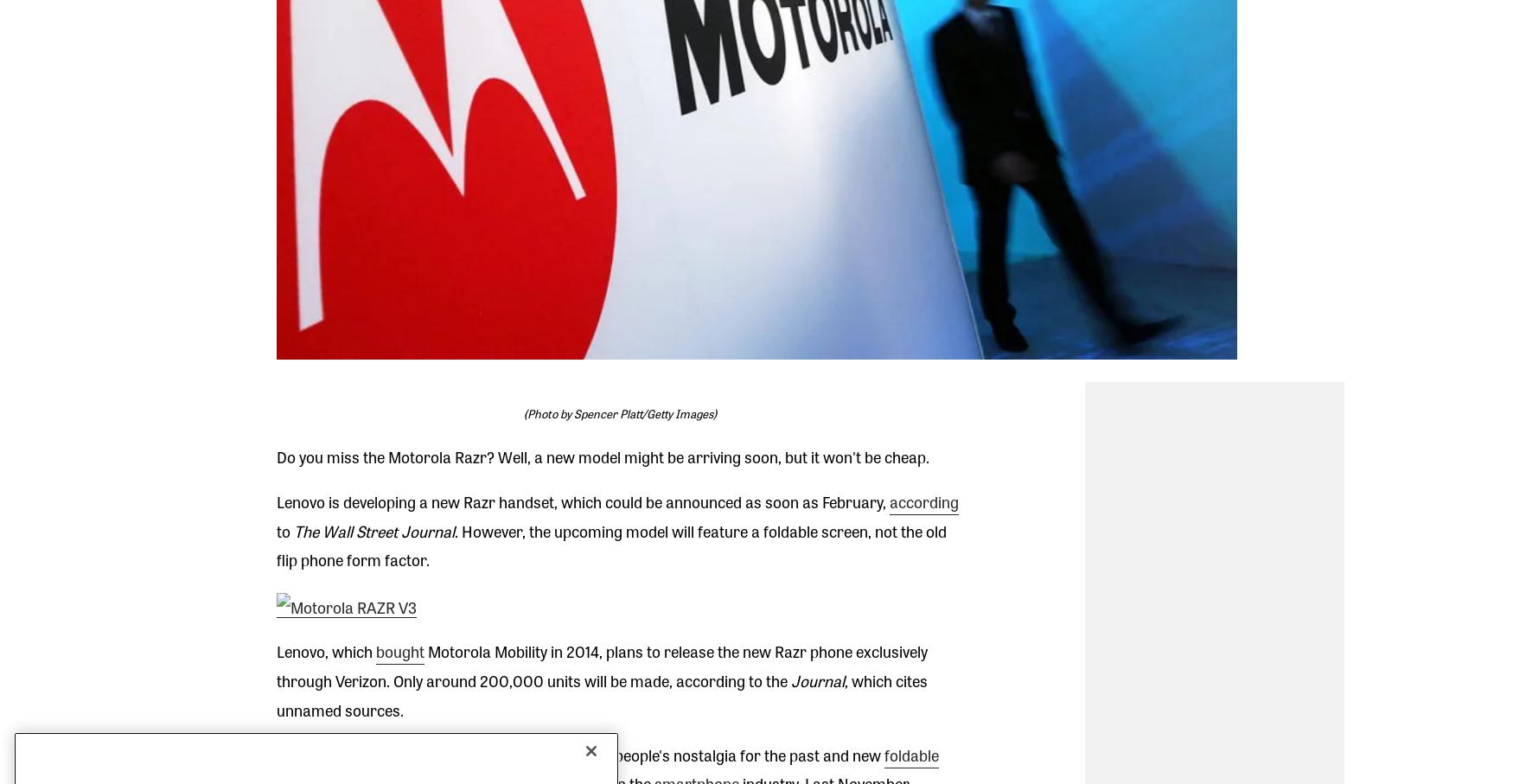  What do you see at coordinates (601, 665) in the screenshot?
I see `'Motorola Mobility in 2014, plans to release the new Razr phone exclusively through Verizon. Only around 200,000 units will be made, according to the'` at bounding box center [601, 665].